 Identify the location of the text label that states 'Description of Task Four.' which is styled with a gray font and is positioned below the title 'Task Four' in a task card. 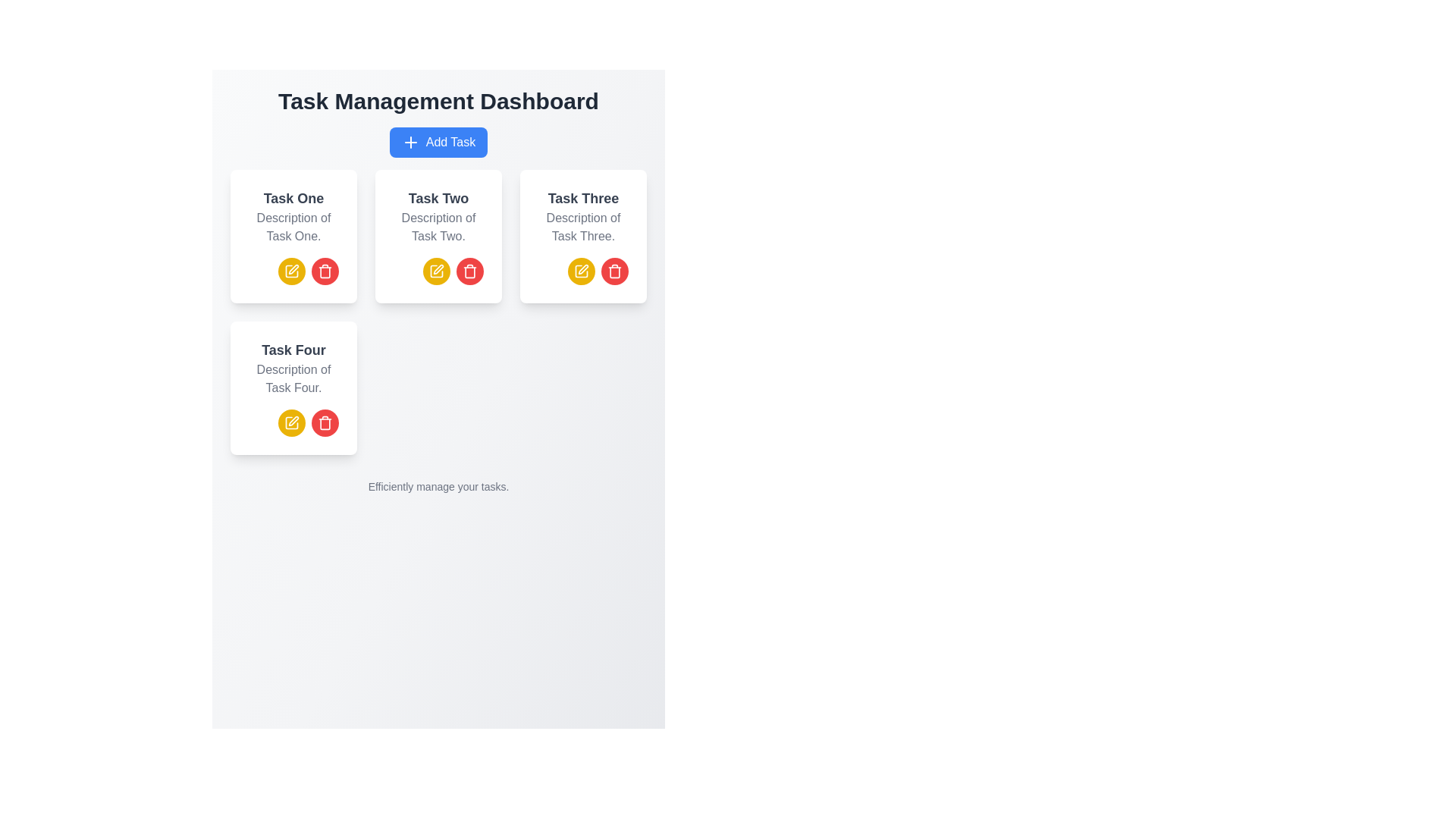
(293, 378).